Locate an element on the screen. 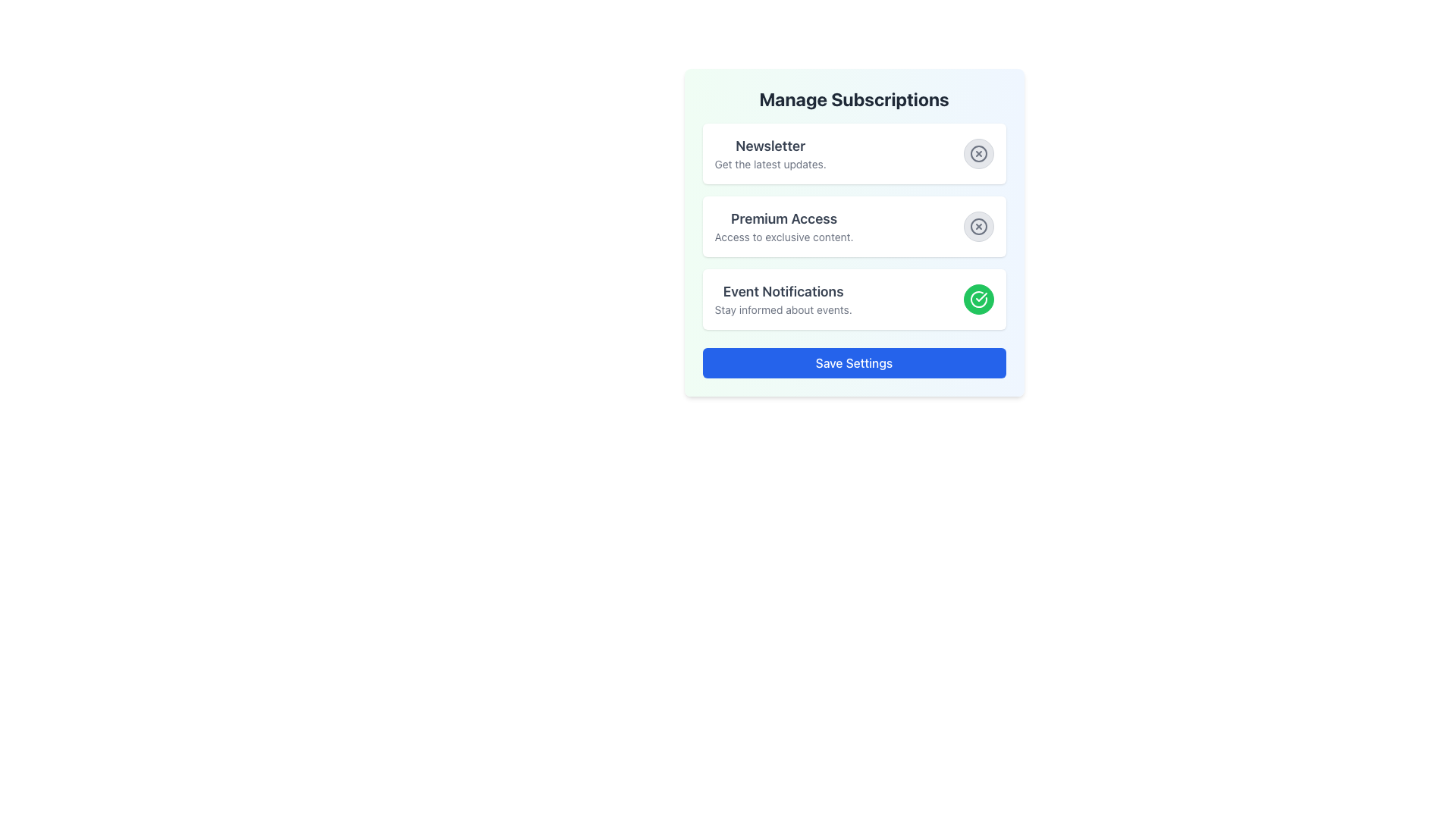 The height and width of the screenshot is (819, 1456). the icon button is located at coordinates (978, 154).